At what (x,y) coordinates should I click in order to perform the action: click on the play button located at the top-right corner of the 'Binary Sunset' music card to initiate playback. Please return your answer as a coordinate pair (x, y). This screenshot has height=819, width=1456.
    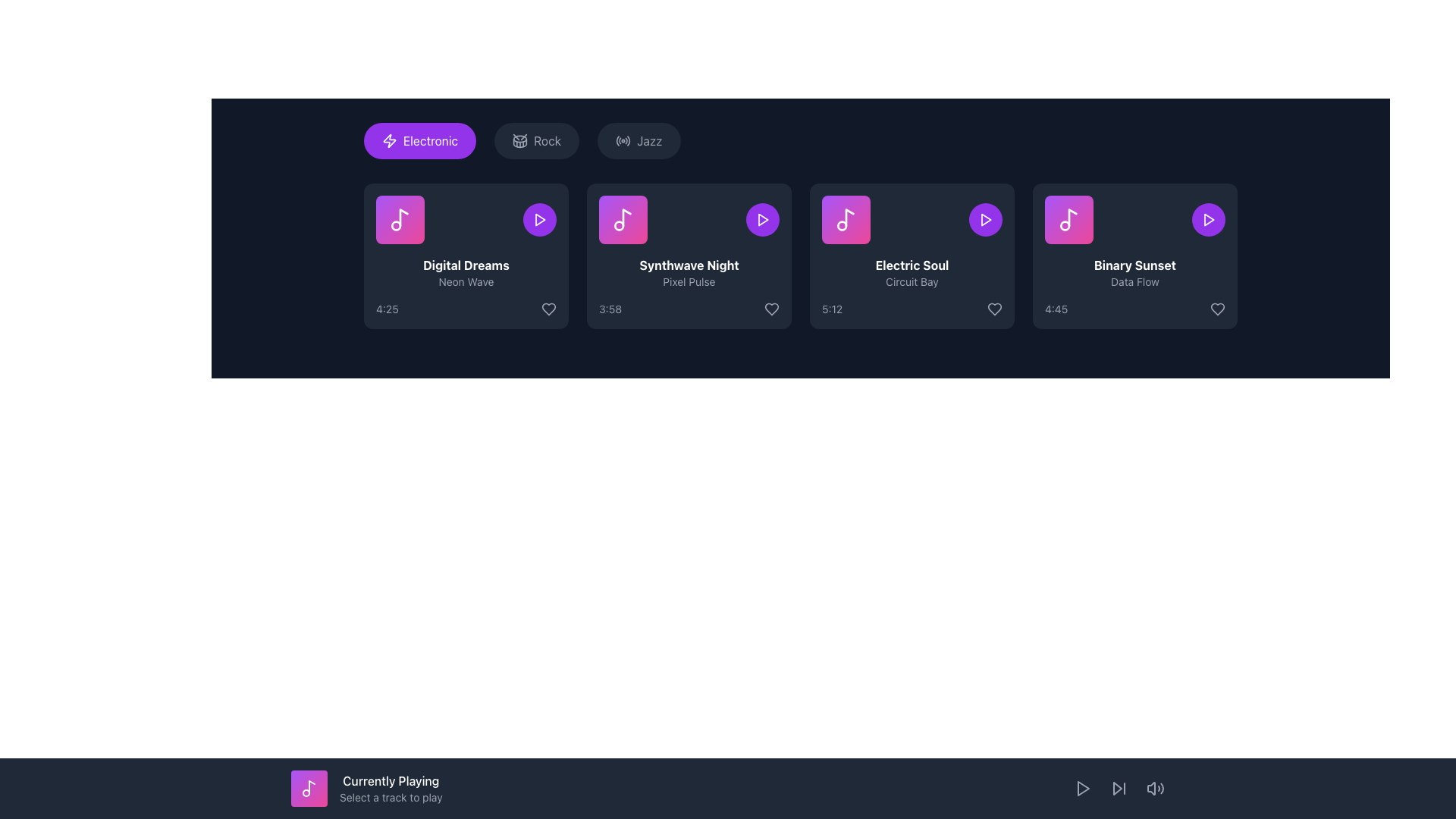
    Looking at the image, I should click on (1208, 219).